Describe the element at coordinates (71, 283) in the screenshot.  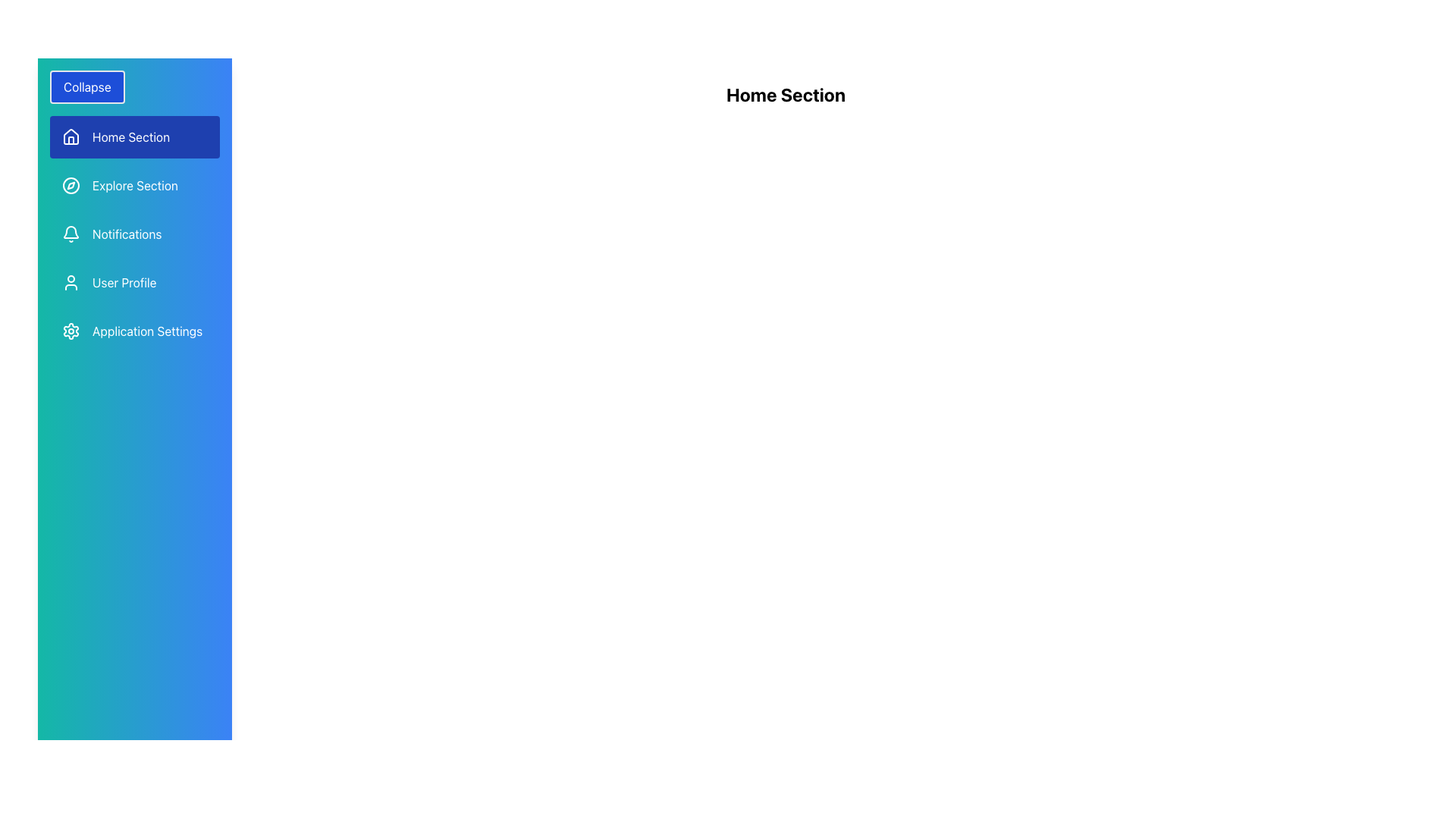
I see `the user profile icon, which is a simple outline design with a circular head and shoulders, located in the sidebar menu to the left of the 'User Profile' label` at that location.